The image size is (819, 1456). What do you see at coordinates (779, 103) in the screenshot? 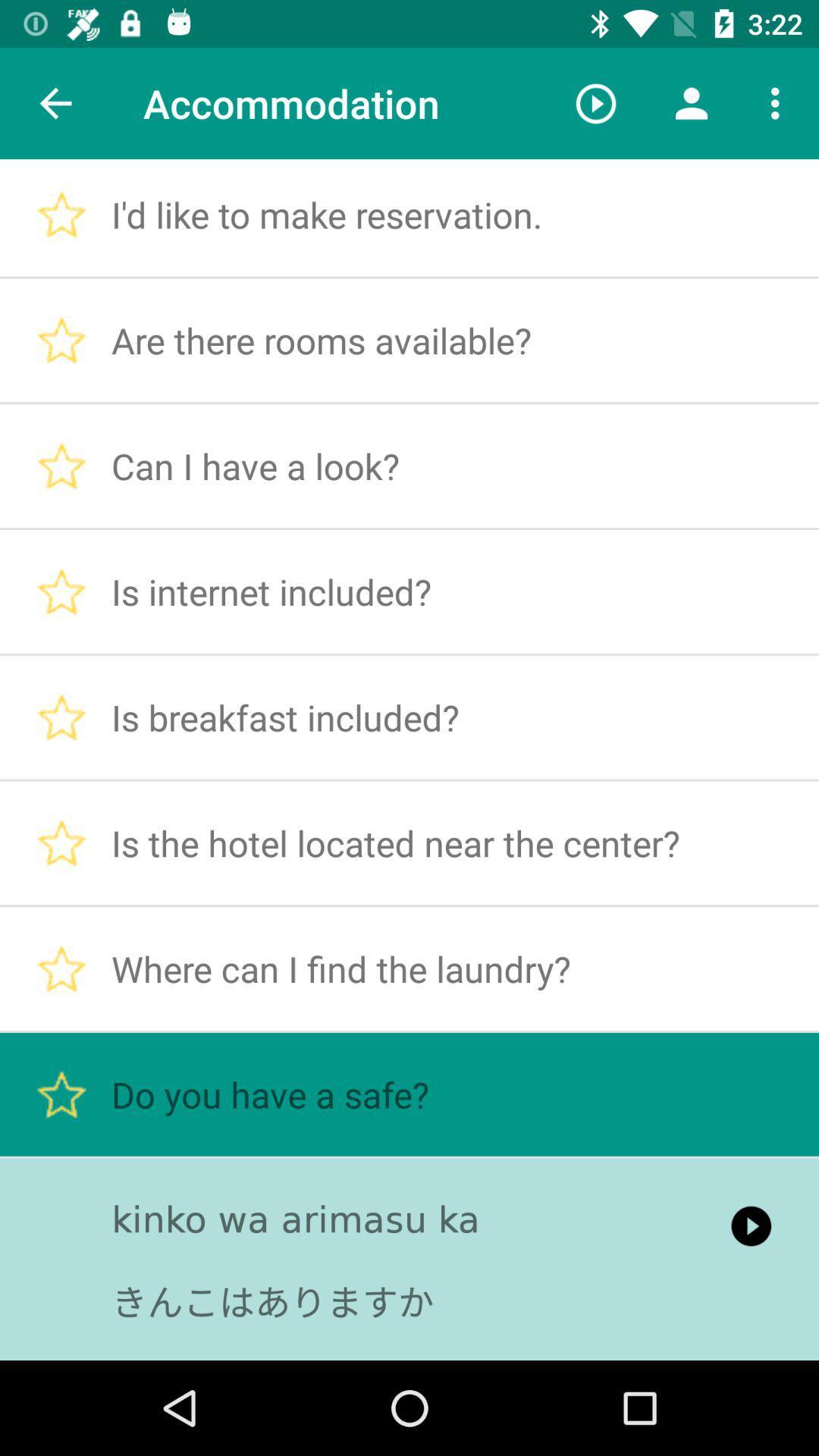
I see `menu` at bounding box center [779, 103].